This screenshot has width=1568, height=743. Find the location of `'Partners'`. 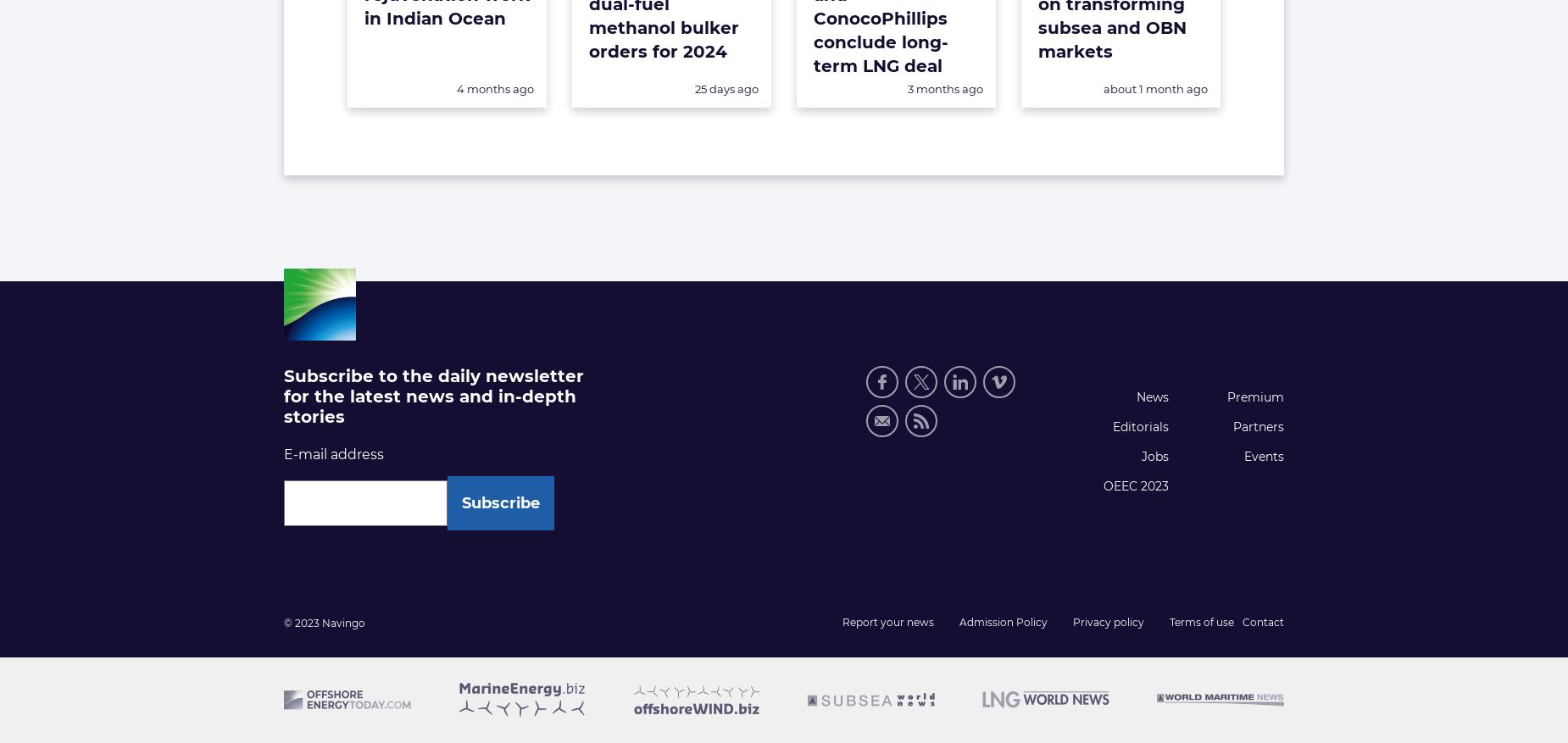

'Partners' is located at coordinates (1232, 424).